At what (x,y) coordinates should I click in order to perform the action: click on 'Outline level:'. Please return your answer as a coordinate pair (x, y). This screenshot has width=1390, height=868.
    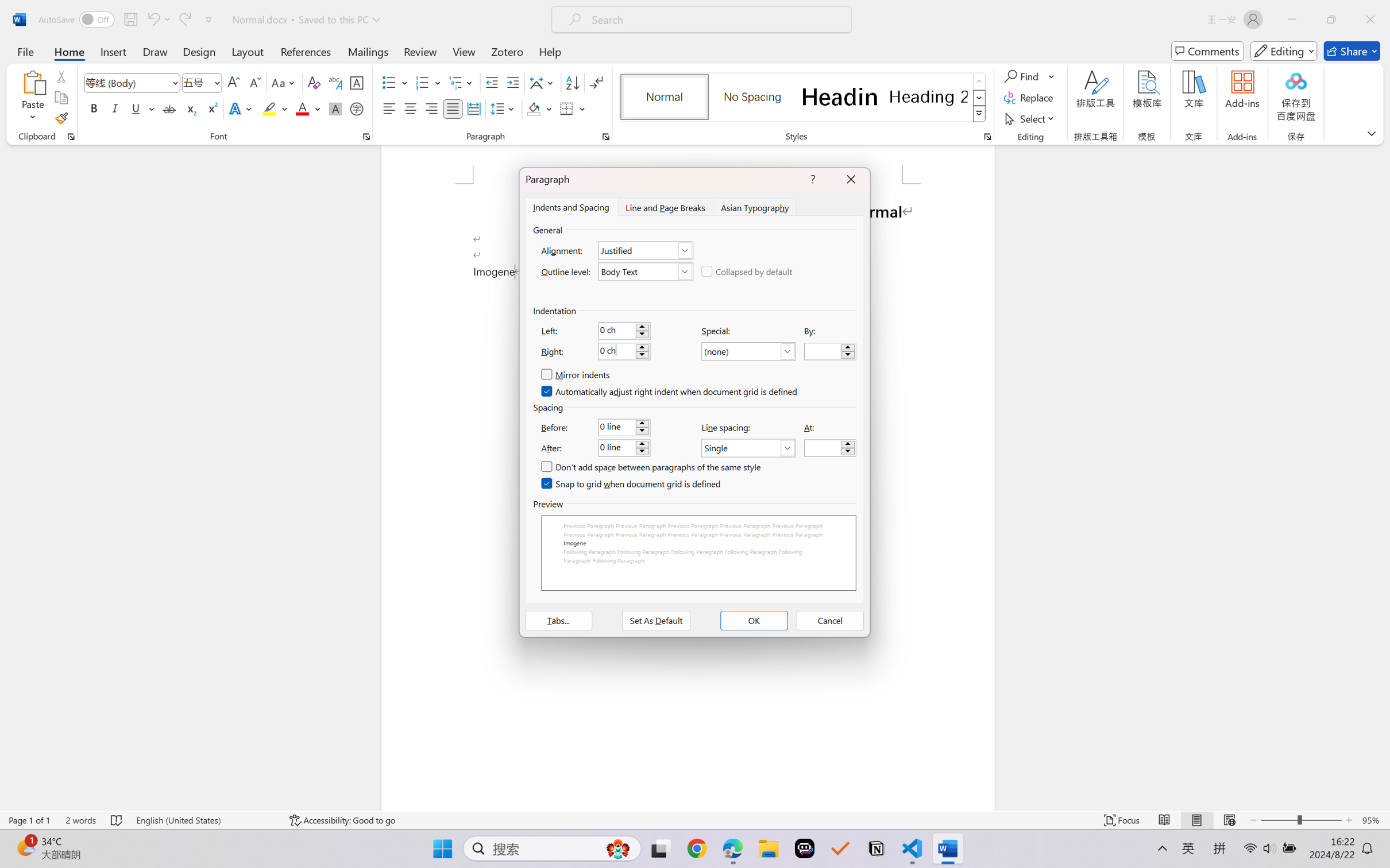
    Looking at the image, I should click on (646, 271).